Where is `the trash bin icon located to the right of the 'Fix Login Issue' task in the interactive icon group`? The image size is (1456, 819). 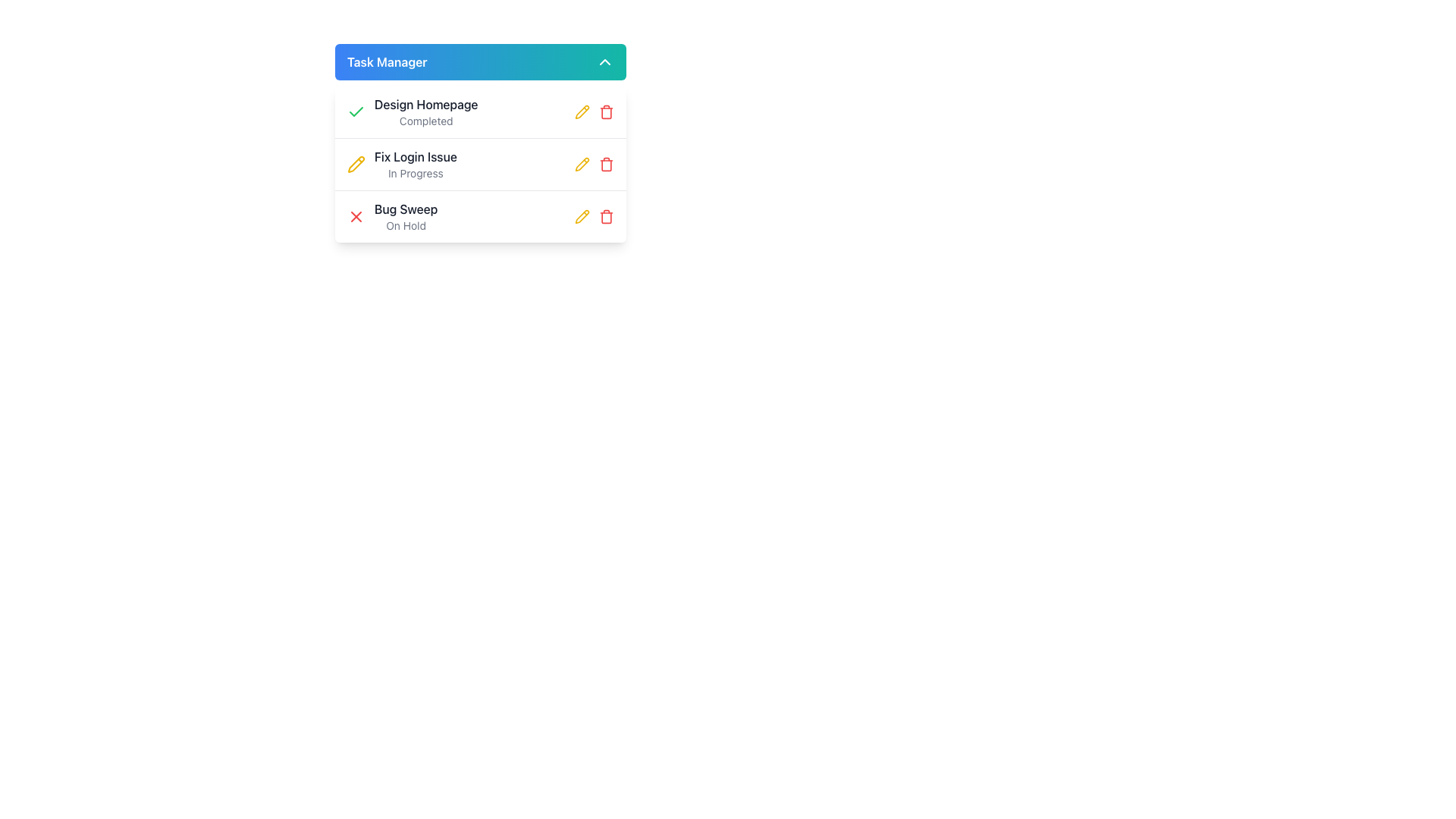
the trash bin icon located to the right of the 'Fix Login Issue' task in the interactive icon group is located at coordinates (593, 164).